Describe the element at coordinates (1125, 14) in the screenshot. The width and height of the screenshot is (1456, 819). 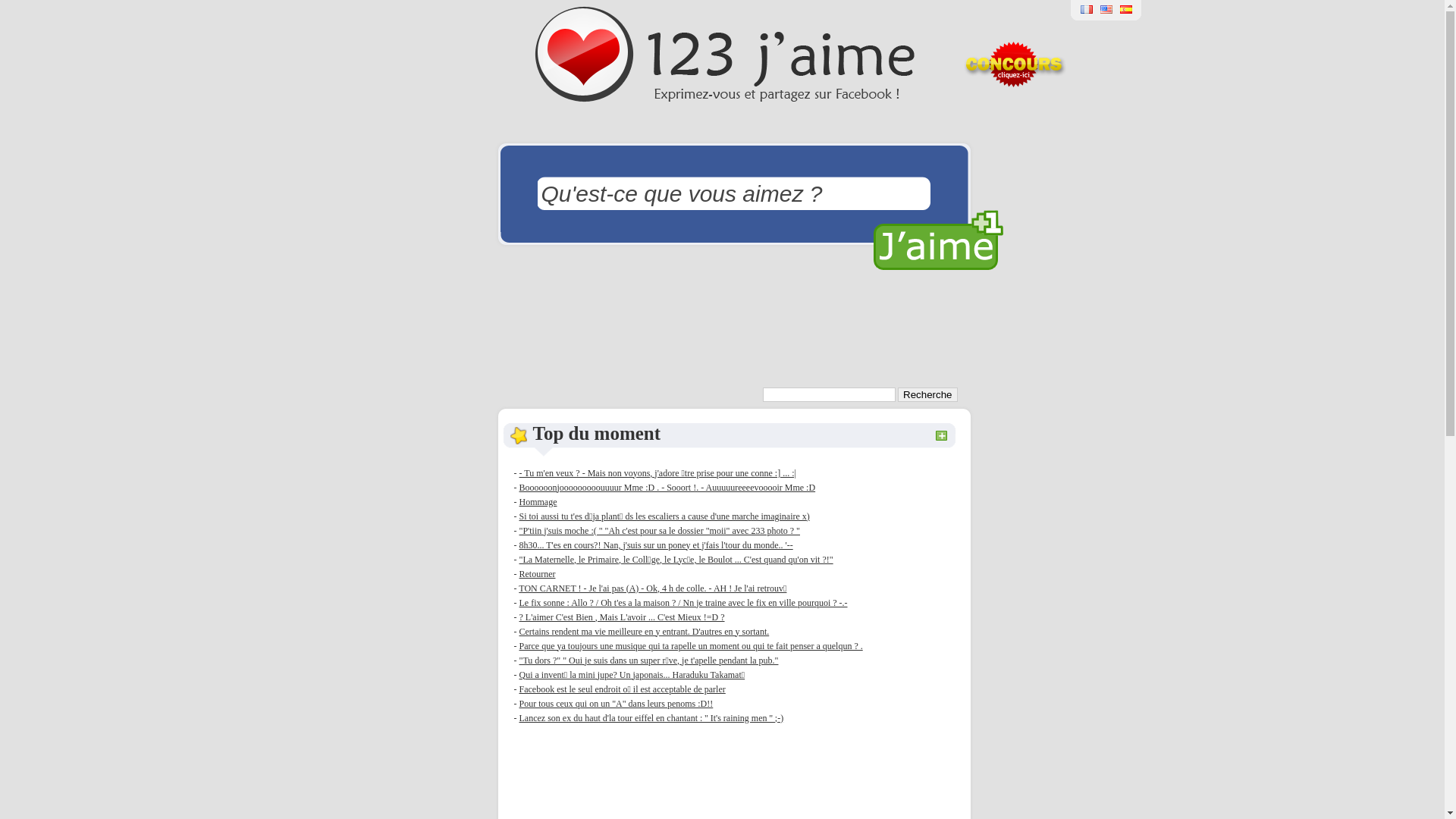
I see `'123 Gusta'` at that location.